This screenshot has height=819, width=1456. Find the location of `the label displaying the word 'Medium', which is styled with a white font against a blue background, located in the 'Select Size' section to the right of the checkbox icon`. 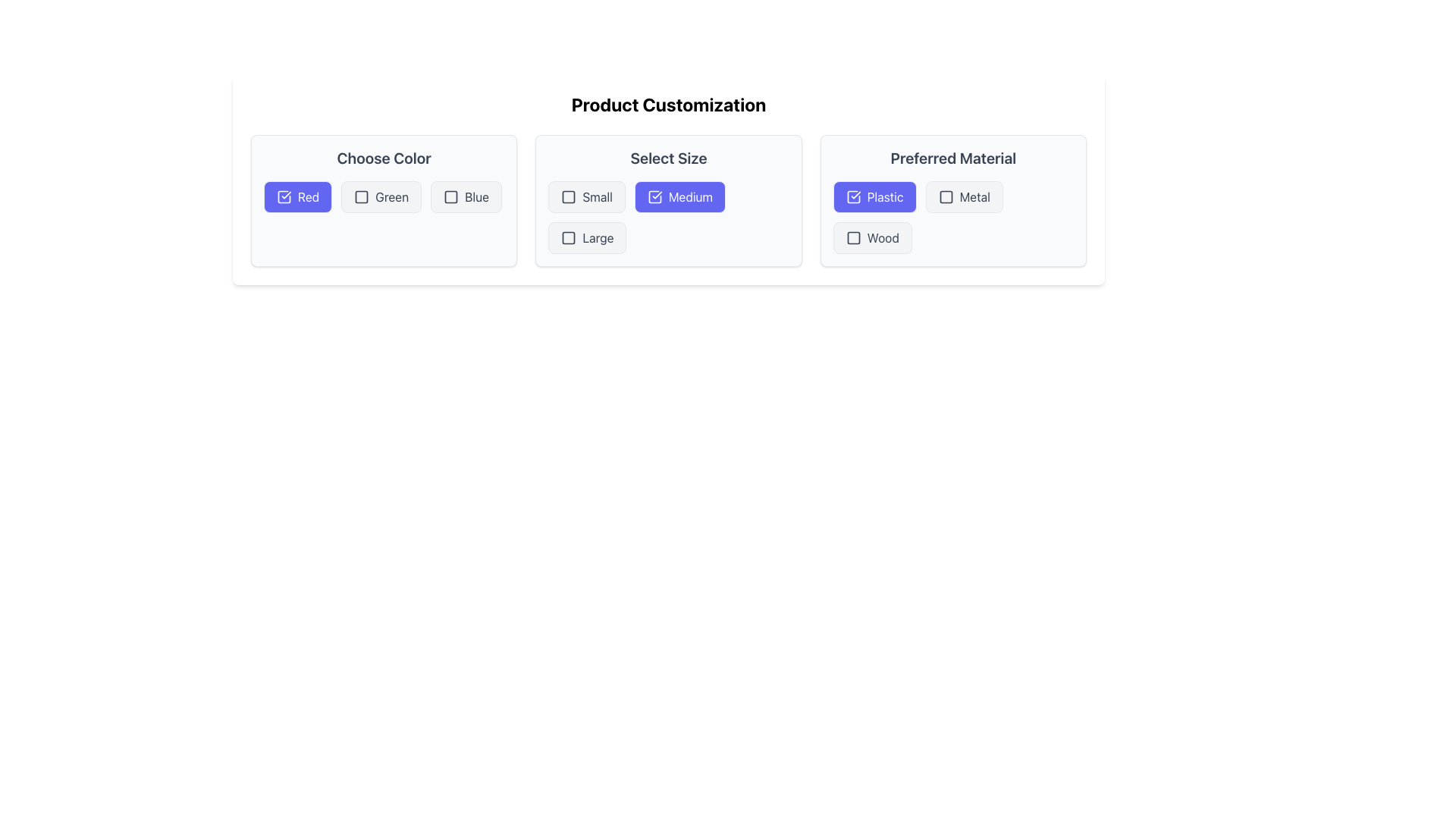

the label displaying the word 'Medium', which is styled with a white font against a blue background, located in the 'Select Size' section to the right of the checkbox icon is located at coordinates (690, 196).